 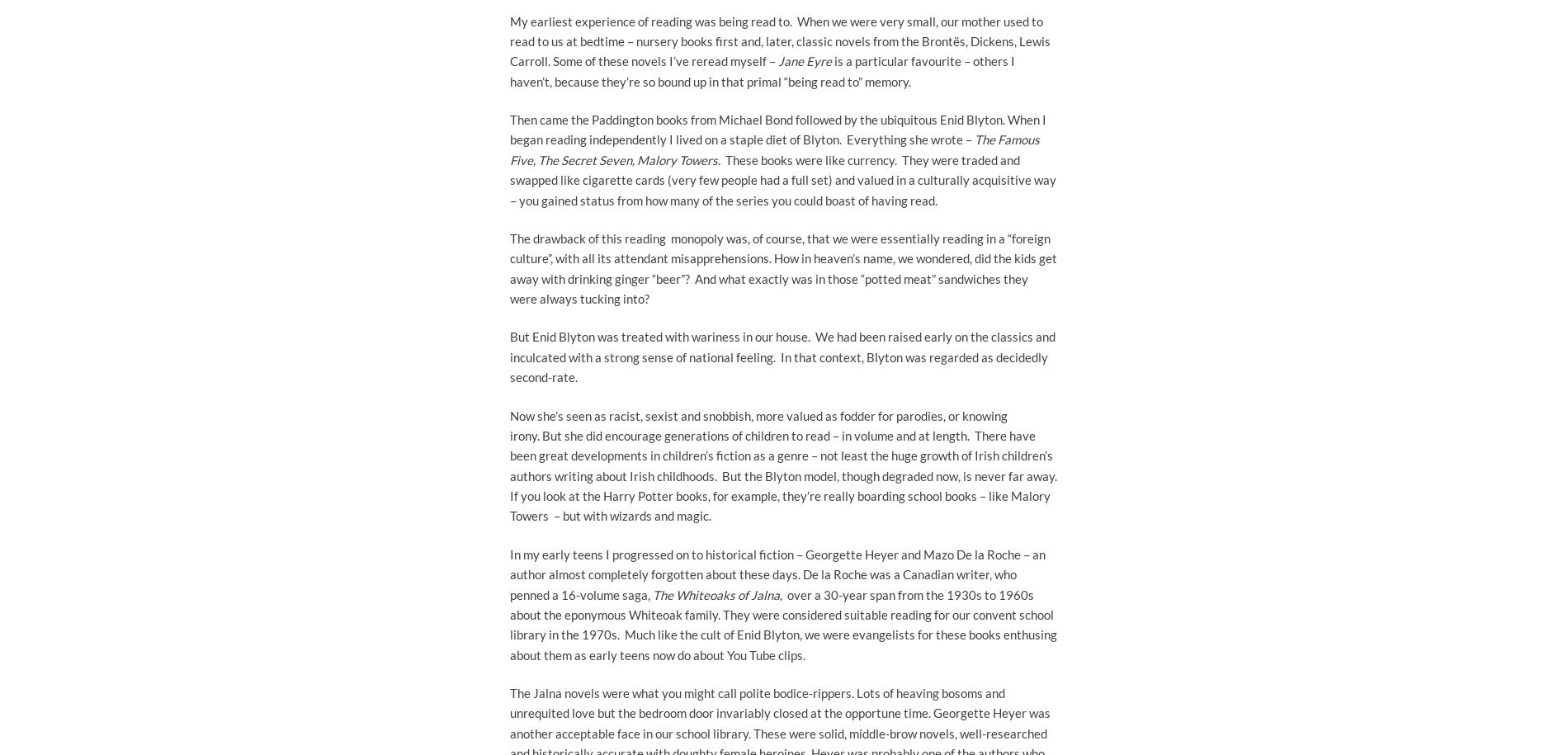 What do you see at coordinates (782, 465) in the screenshot?
I see `'Now she’s seen as racist, sexist and snobbish, more valued as fodder for parodies, or knowing irony. But she did encourage generations of children to read – in volume and at length.  There have been great developments in children’s fiction as a genre – not least the huge growth of Irish children’s authors writing about Irish childhoods.  But the Blyton model, though degraded now, is never far away. If you look at the Harry Potter books, for example, they’re really boarding school books – like Malory Towers  – but with wizards and magic.'` at bounding box center [782, 465].